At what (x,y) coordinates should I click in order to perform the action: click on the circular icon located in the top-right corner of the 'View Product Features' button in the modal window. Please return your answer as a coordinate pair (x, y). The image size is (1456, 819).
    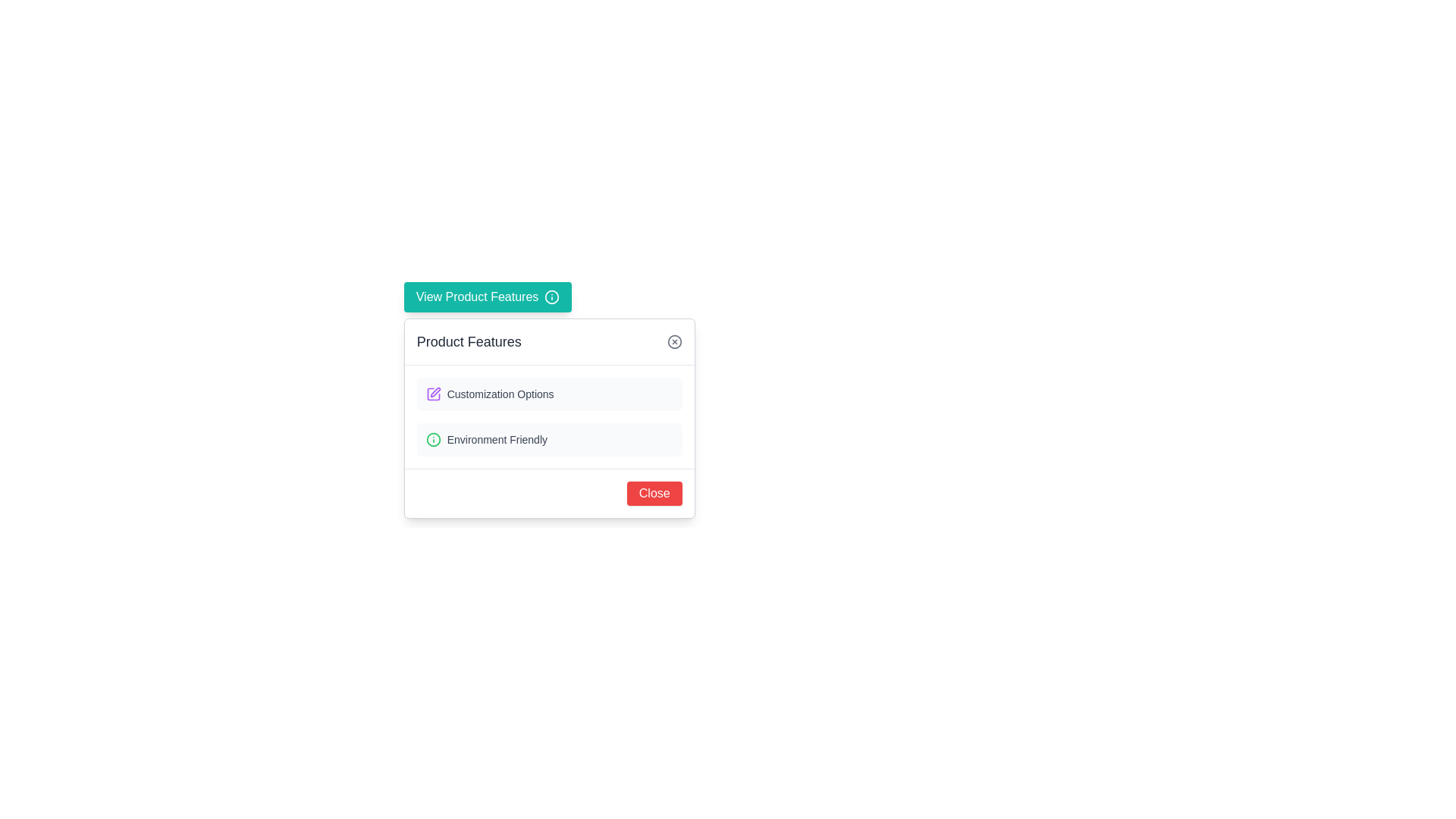
    Looking at the image, I should click on (551, 297).